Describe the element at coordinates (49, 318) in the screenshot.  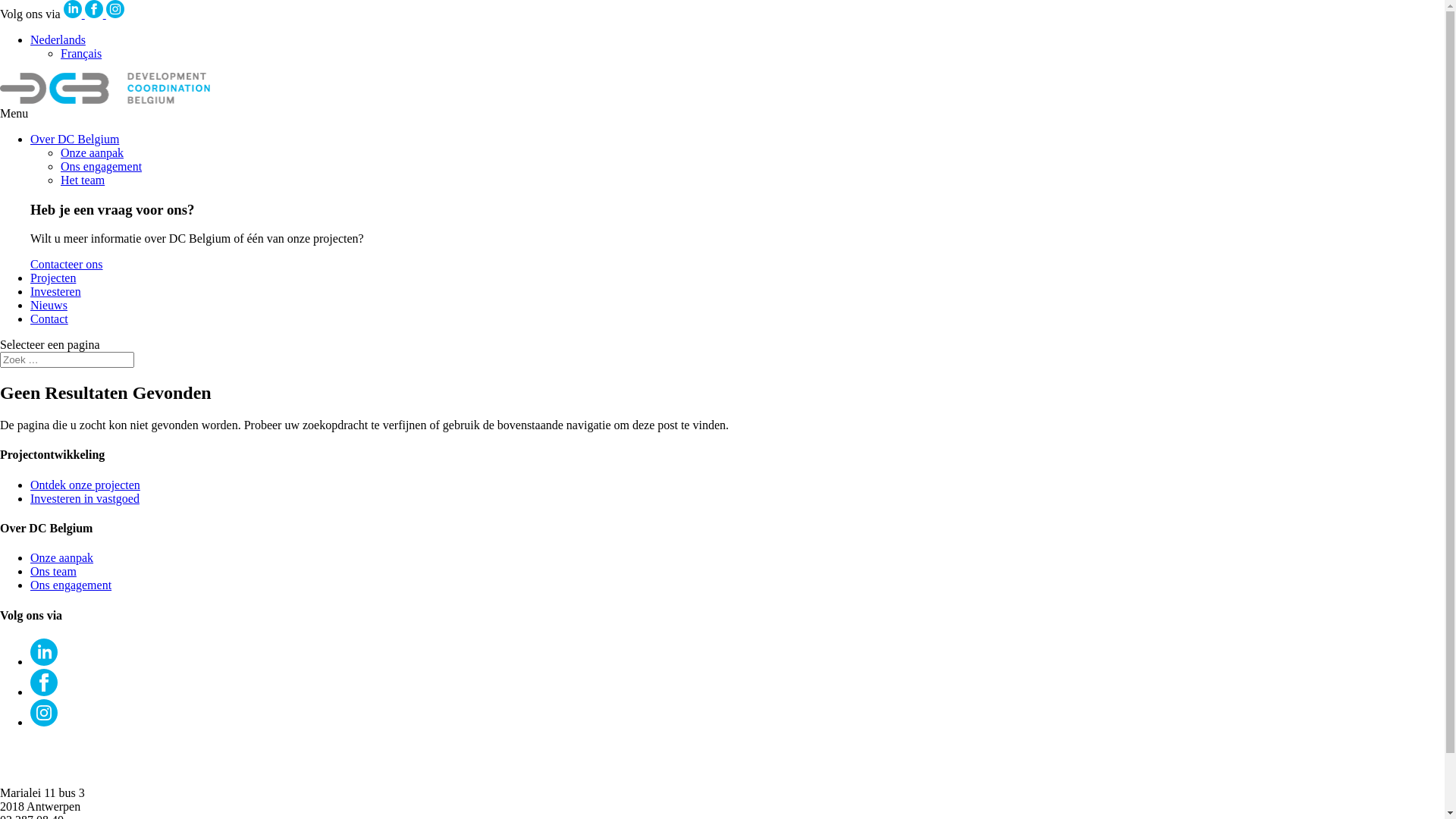
I see `'Contact'` at that location.